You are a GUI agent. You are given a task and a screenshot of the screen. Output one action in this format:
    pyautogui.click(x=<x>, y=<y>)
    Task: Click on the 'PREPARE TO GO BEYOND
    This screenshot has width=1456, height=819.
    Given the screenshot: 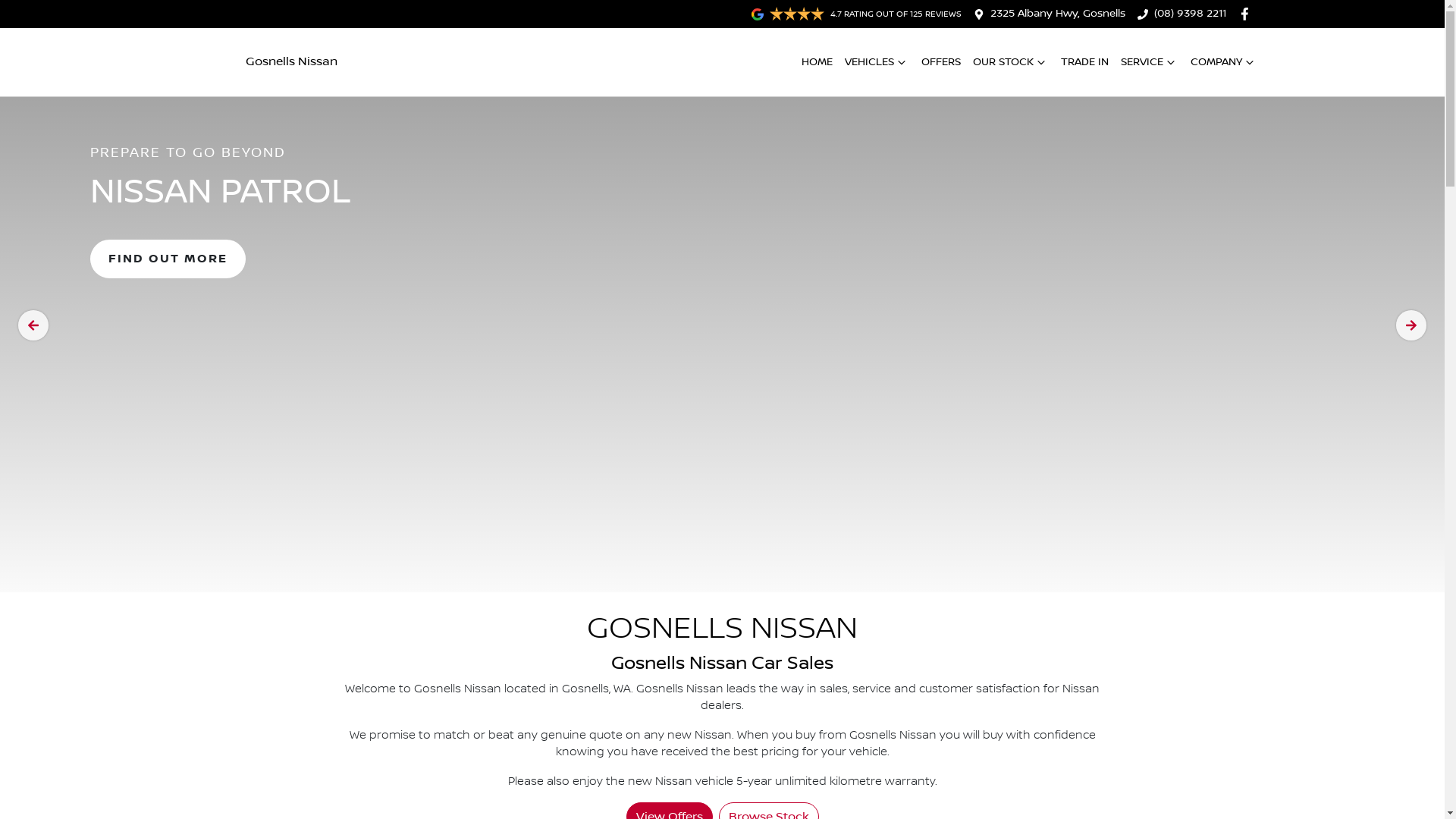 What is the action you would take?
    pyautogui.click(x=721, y=324)
    